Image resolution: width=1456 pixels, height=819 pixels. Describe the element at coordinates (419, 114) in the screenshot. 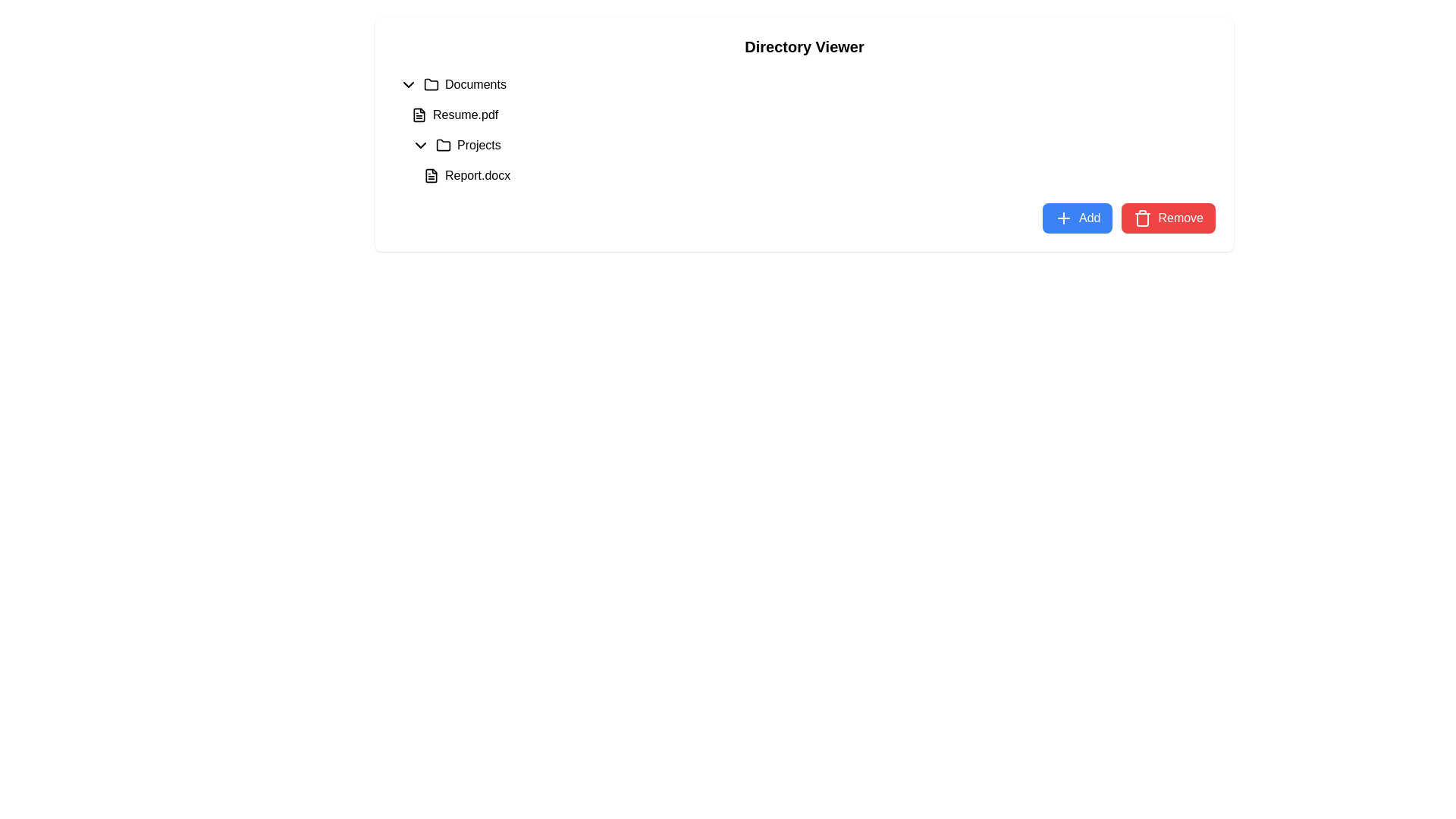

I see `the document file icon, which is styled in an outline format and positioned to the left of the text 'Resume.pdf'` at that location.